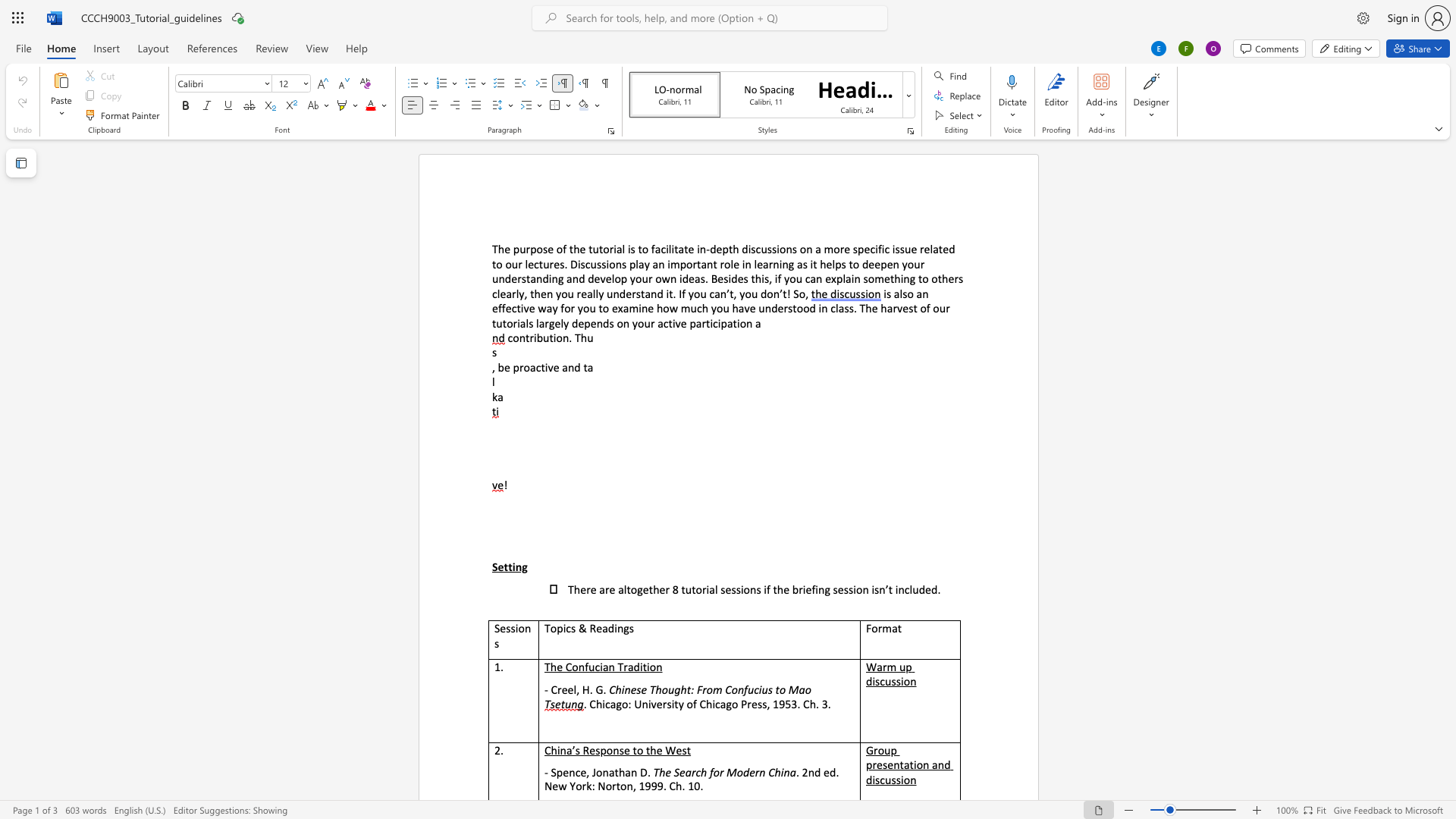 The image size is (1456, 819). I want to click on the space between the continuous character "r" and "o" in the text, so click(723, 263).